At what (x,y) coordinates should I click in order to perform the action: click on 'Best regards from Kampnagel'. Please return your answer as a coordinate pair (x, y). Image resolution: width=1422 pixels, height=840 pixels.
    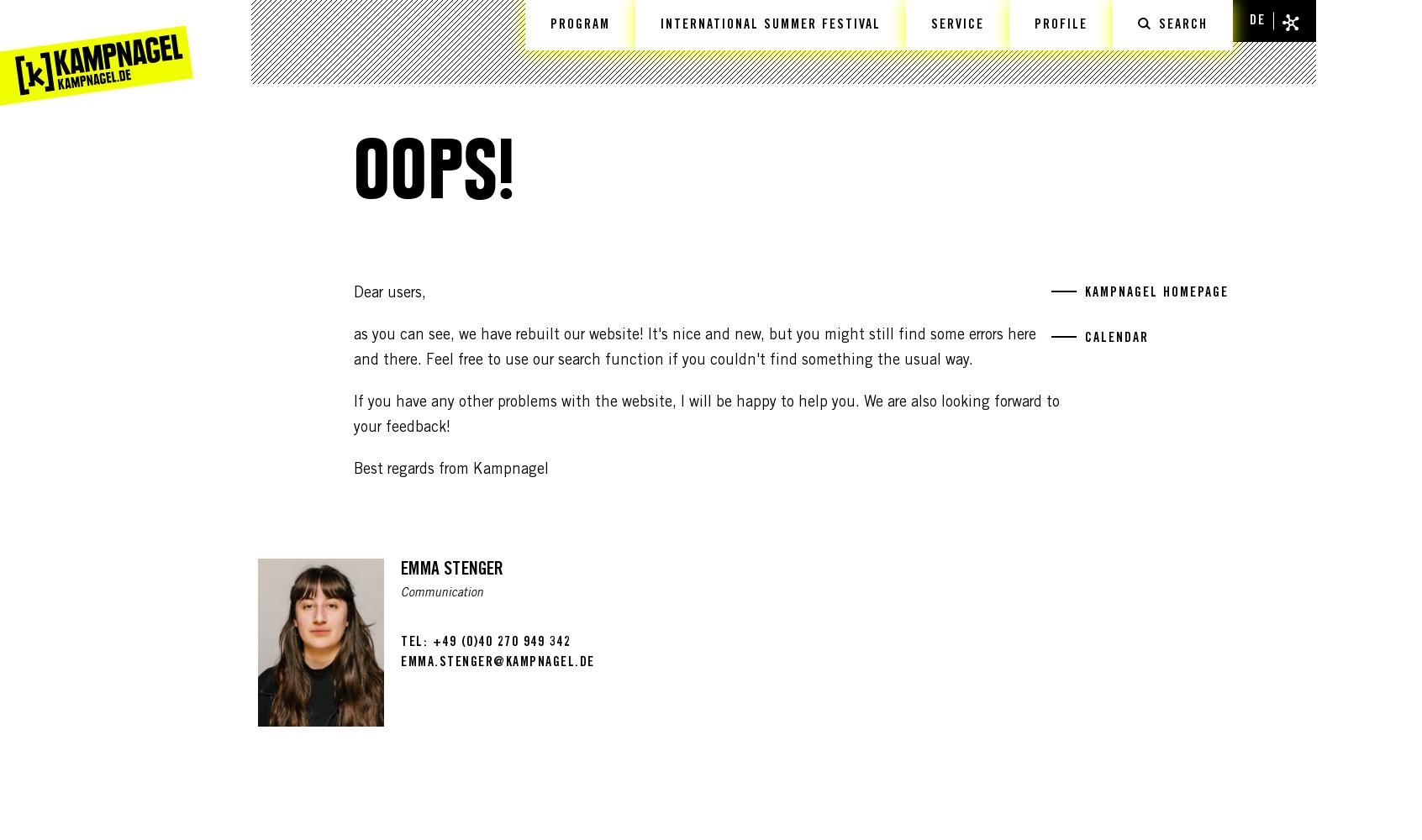
    Looking at the image, I should click on (352, 470).